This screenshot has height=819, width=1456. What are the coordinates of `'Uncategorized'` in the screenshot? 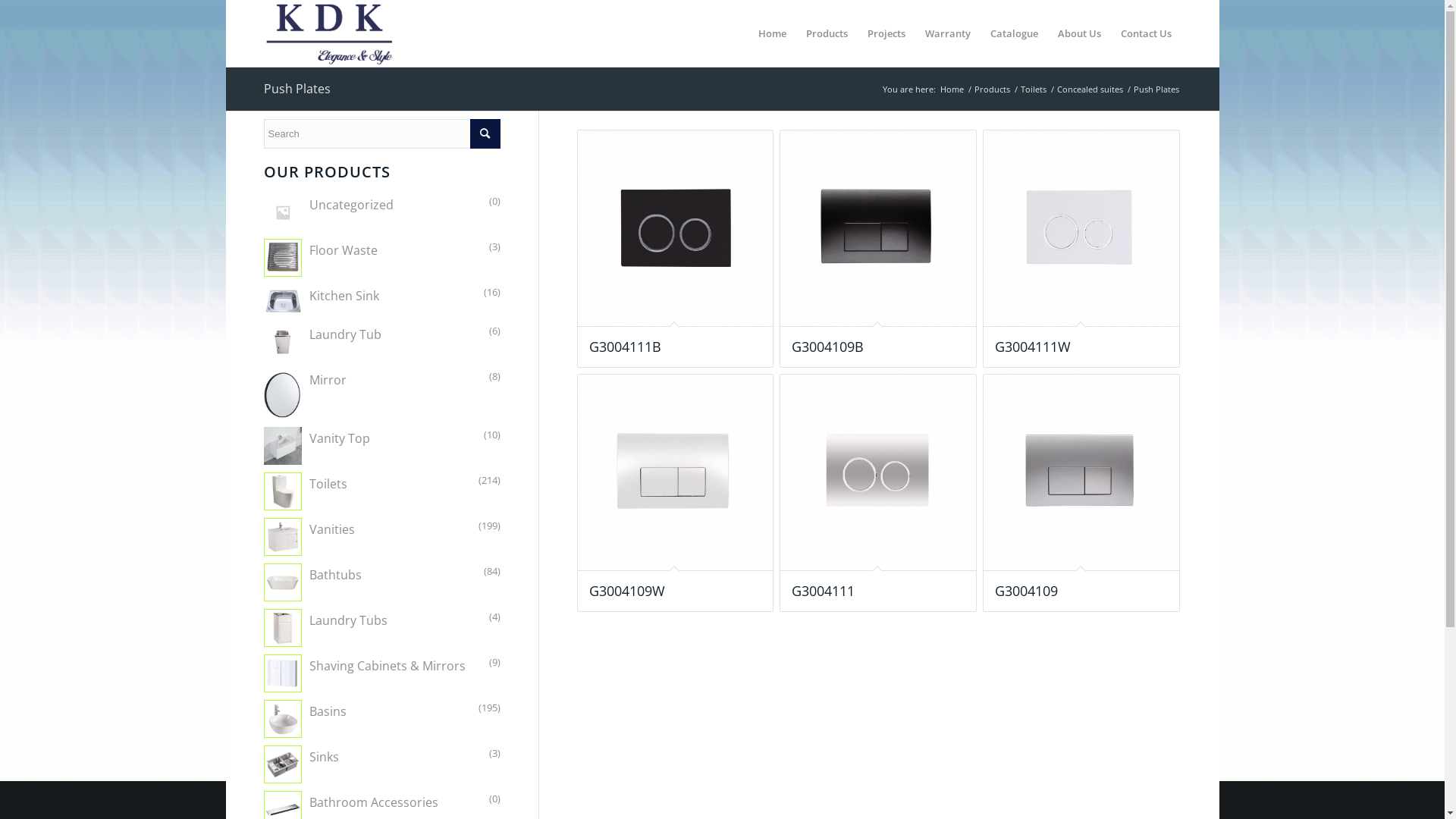 It's located at (283, 212).